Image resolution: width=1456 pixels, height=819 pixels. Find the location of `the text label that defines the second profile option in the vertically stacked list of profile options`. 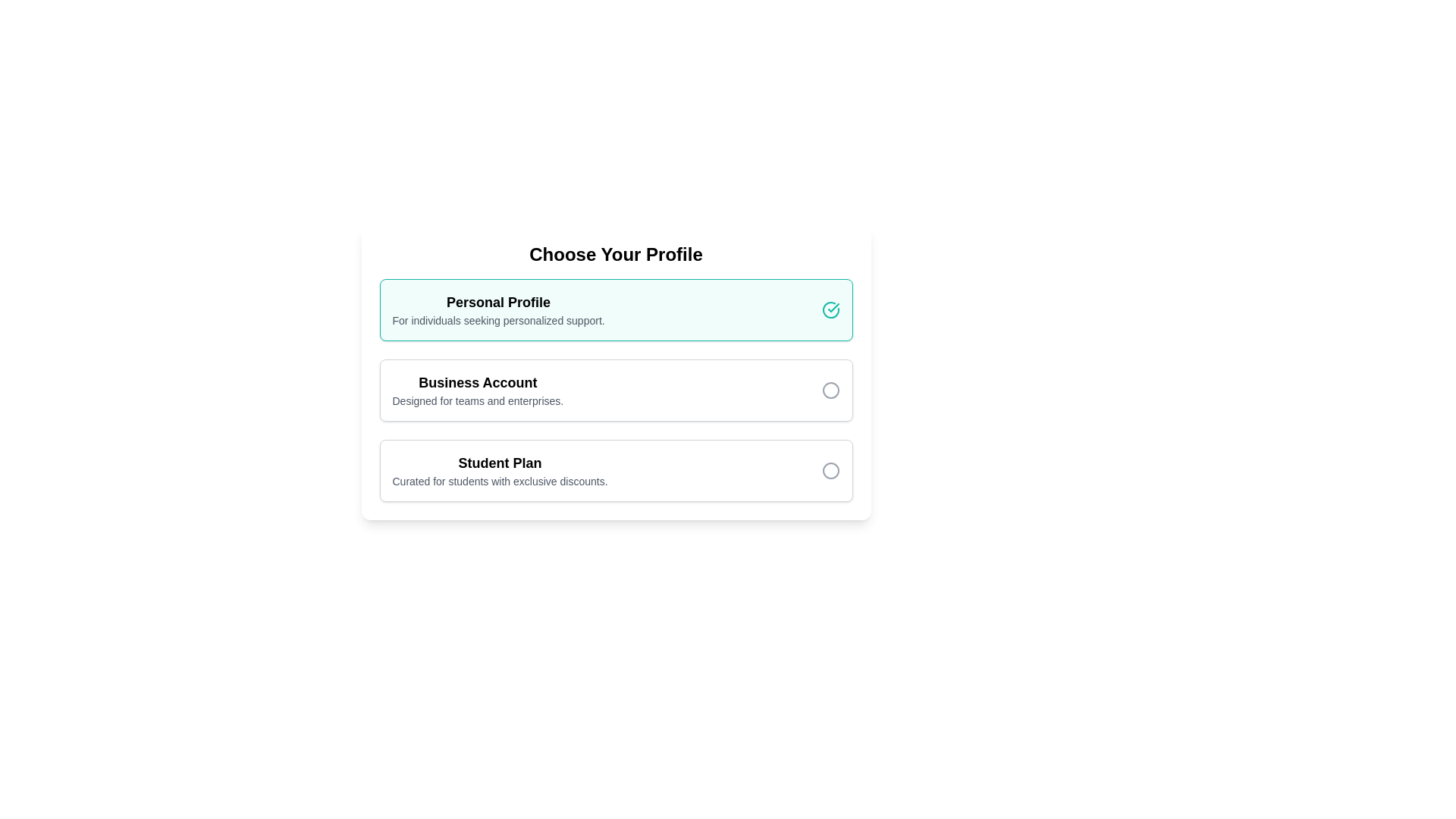

the text label that defines the second profile option in the vertically stacked list of profile options is located at coordinates (477, 382).